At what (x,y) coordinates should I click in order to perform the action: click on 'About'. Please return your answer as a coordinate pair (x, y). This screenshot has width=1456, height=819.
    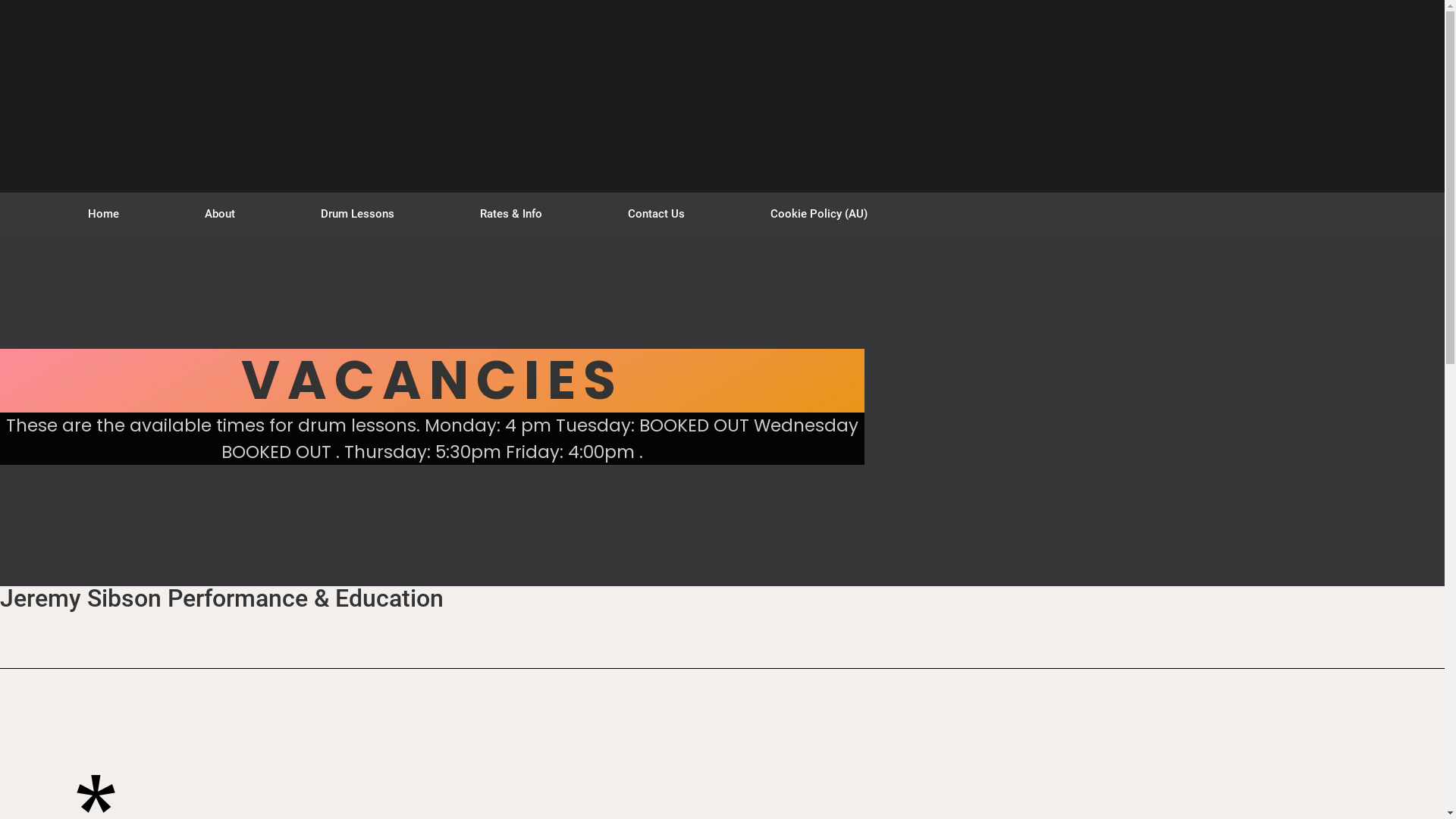
    Looking at the image, I should click on (219, 213).